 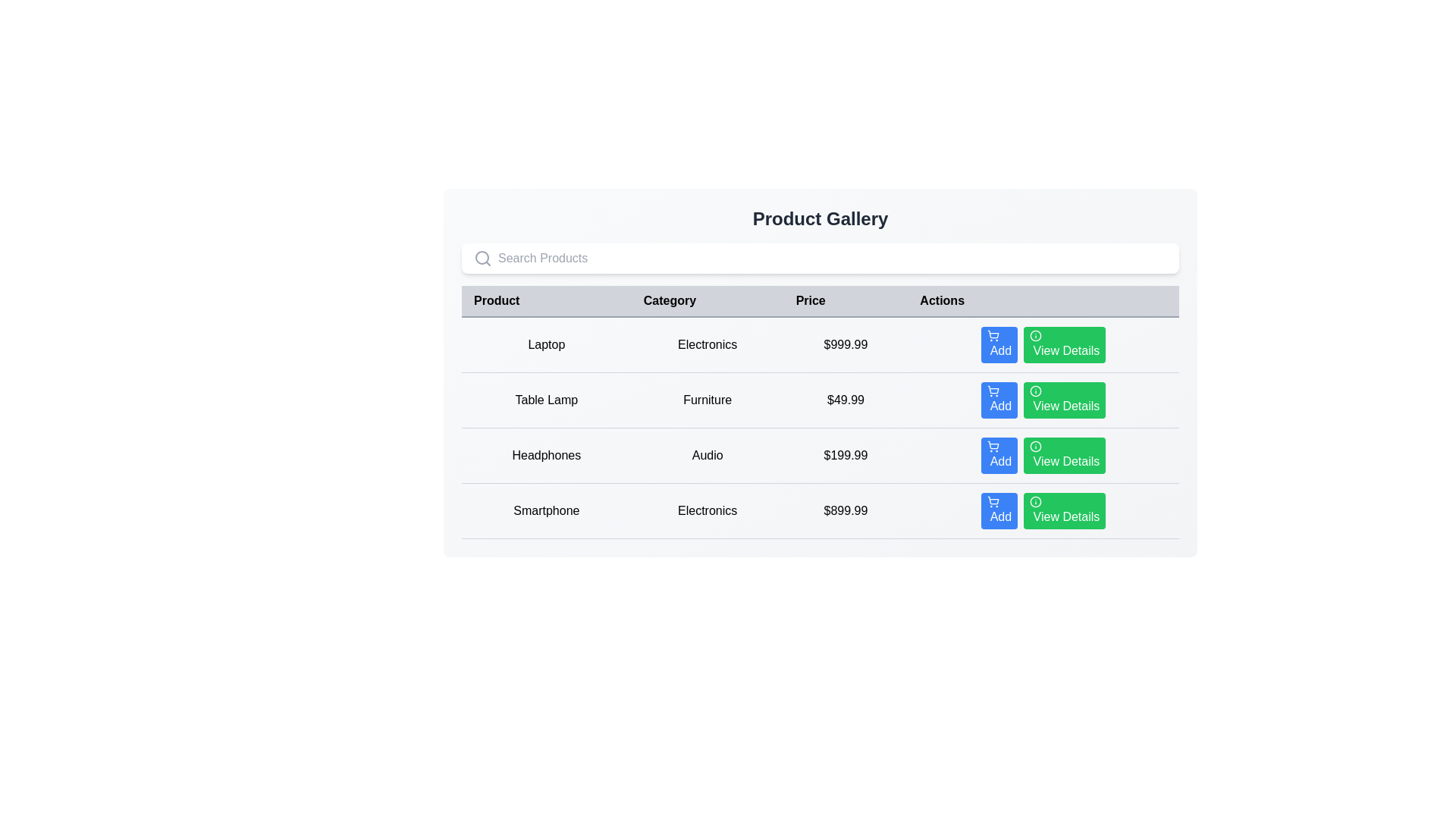 I want to click on the table cell containing the text 'Laptop' located in the first row of the table under the 'Product' column, which is the first cell from the left, so click(x=546, y=344).